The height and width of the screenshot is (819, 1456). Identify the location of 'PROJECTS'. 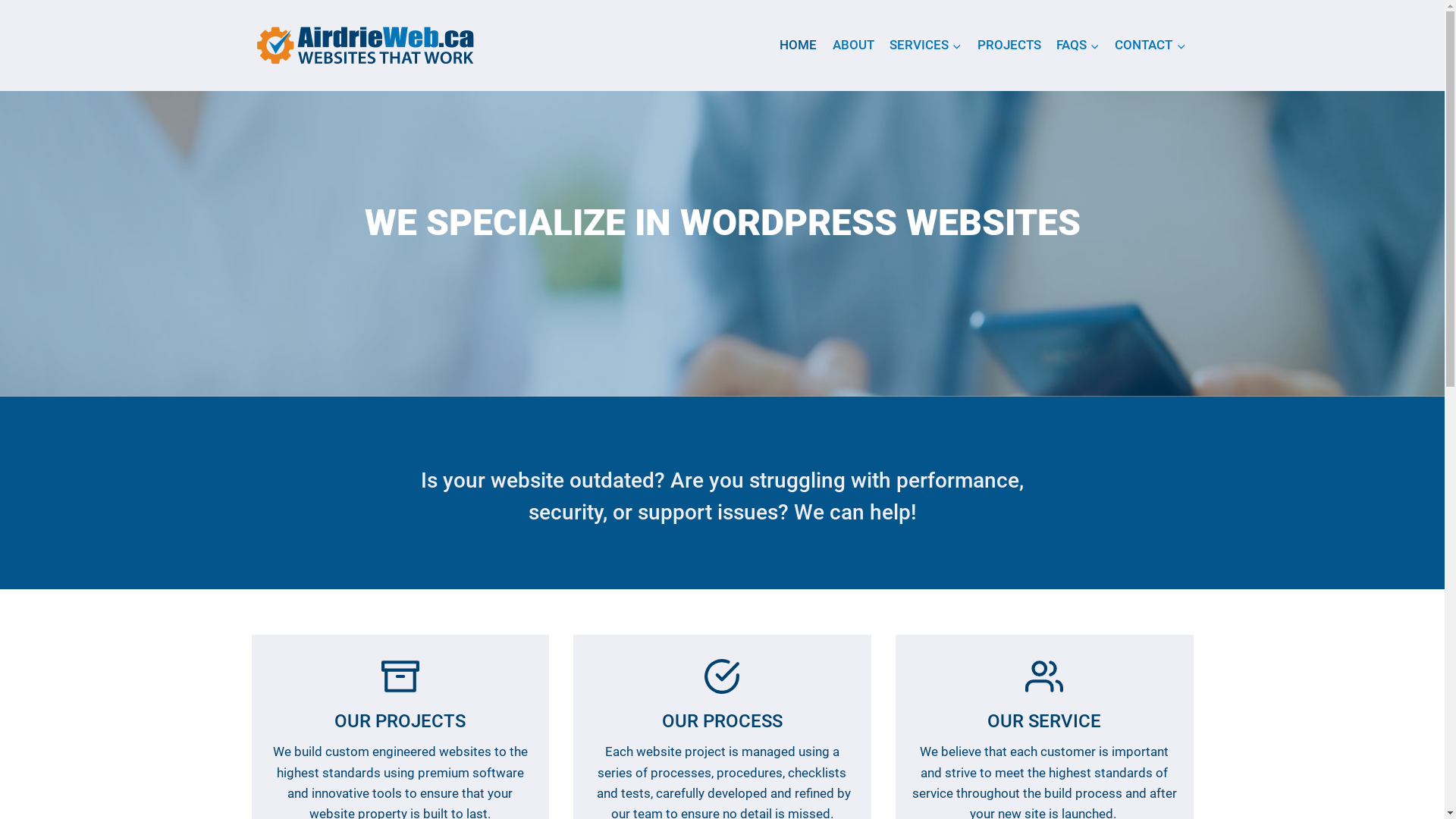
(968, 45).